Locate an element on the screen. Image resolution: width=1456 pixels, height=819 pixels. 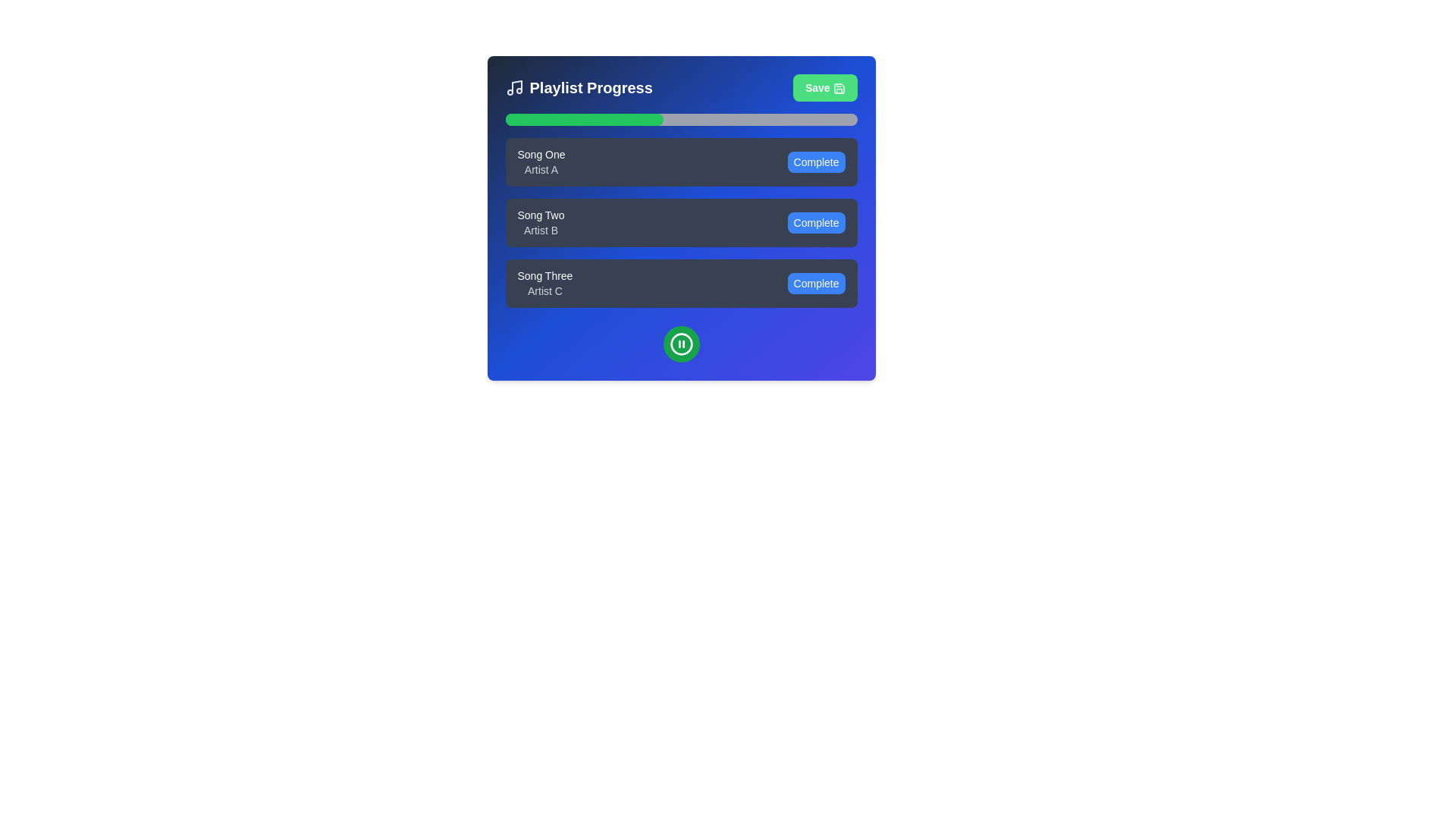
the button on the far-right side of the 'Song Three' entry to mark it as complete is located at coordinates (815, 284).